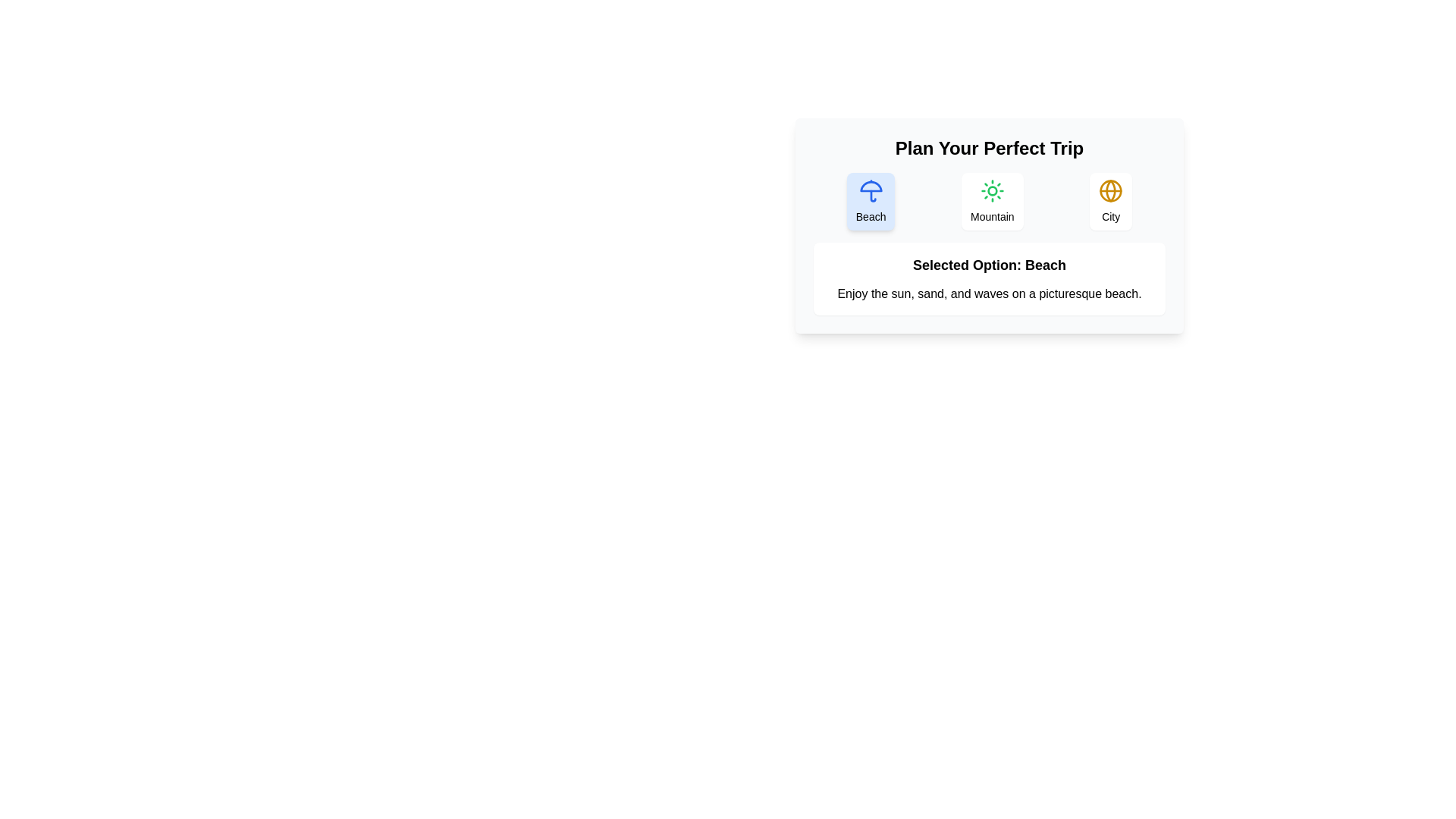 This screenshot has height=819, width=1456. I want to click on the globe icon, which represents a City or global aspect, located as the third item in the row of options (Beach, Mountain, City) in the center-top area of the card-like interface, so click(1111, 190).